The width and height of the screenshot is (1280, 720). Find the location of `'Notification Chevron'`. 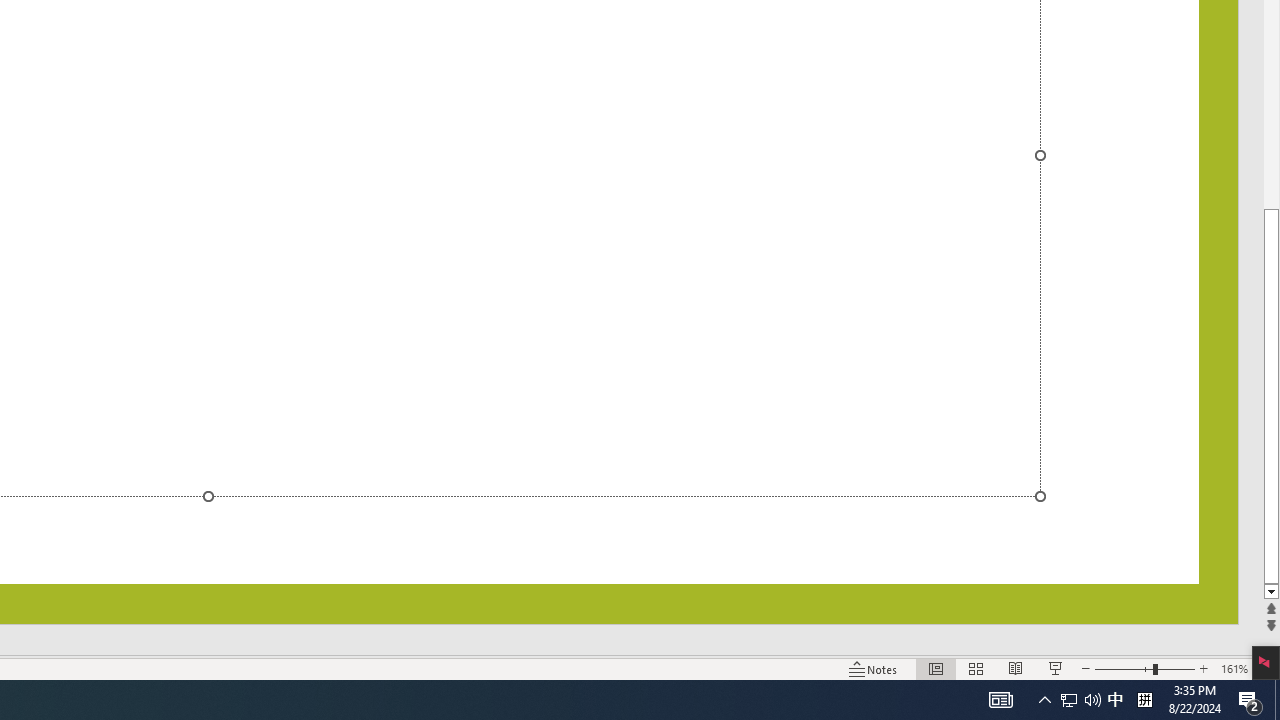

'Notification Chevron' is located at coordinates (1079, 698).